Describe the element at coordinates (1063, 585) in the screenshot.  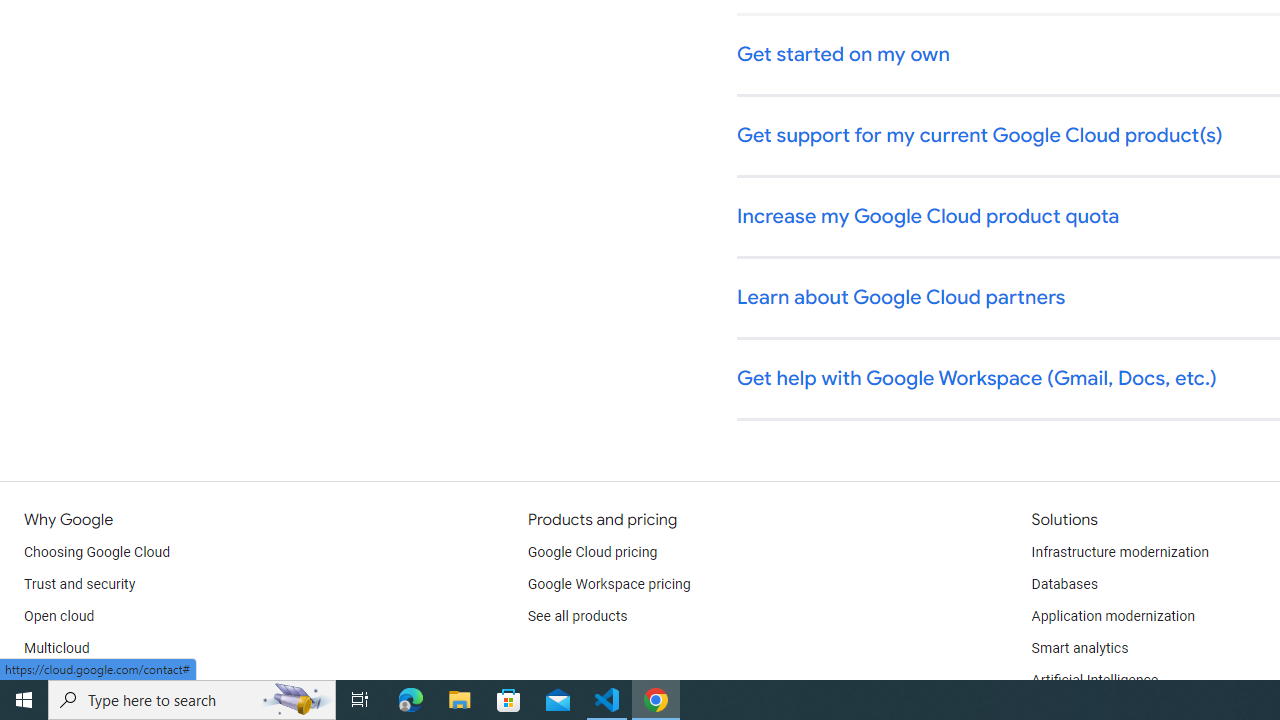
I see `'Databases'` at that location.